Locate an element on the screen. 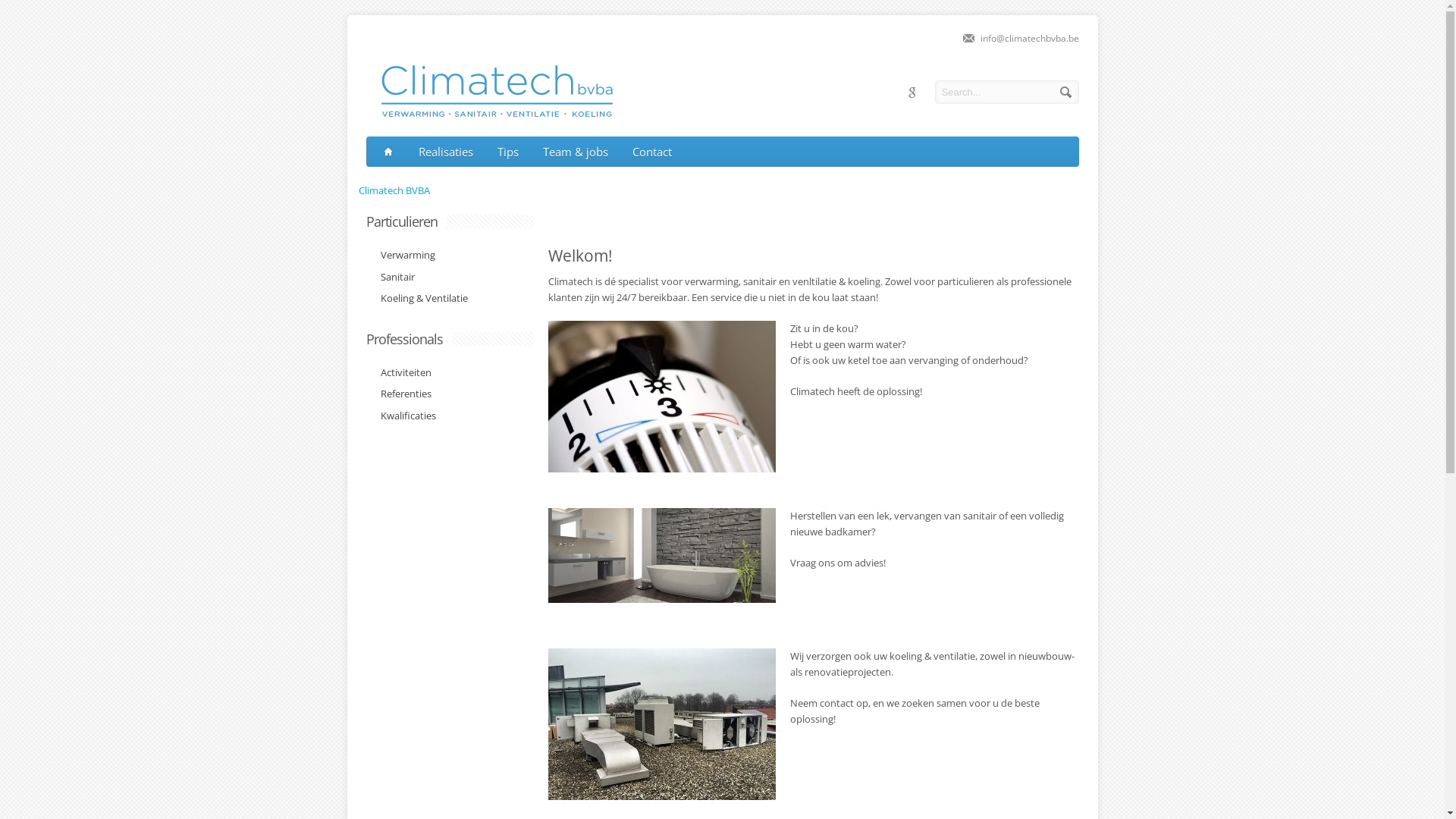  'Climatech BVBA' is located at coordinates (356, 189).